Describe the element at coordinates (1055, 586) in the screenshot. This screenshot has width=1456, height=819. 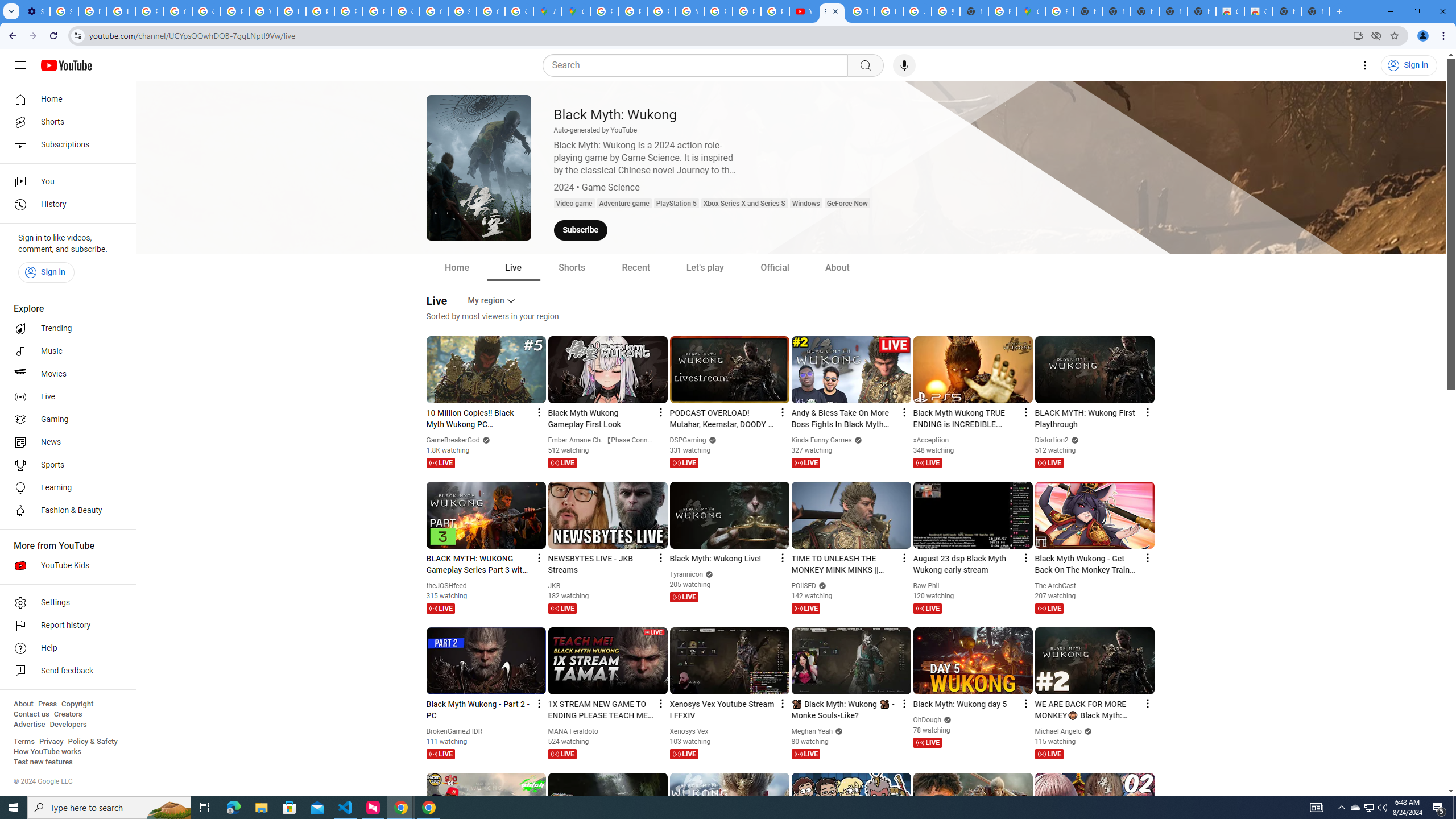
I see `'The ArchCast'` at that location.